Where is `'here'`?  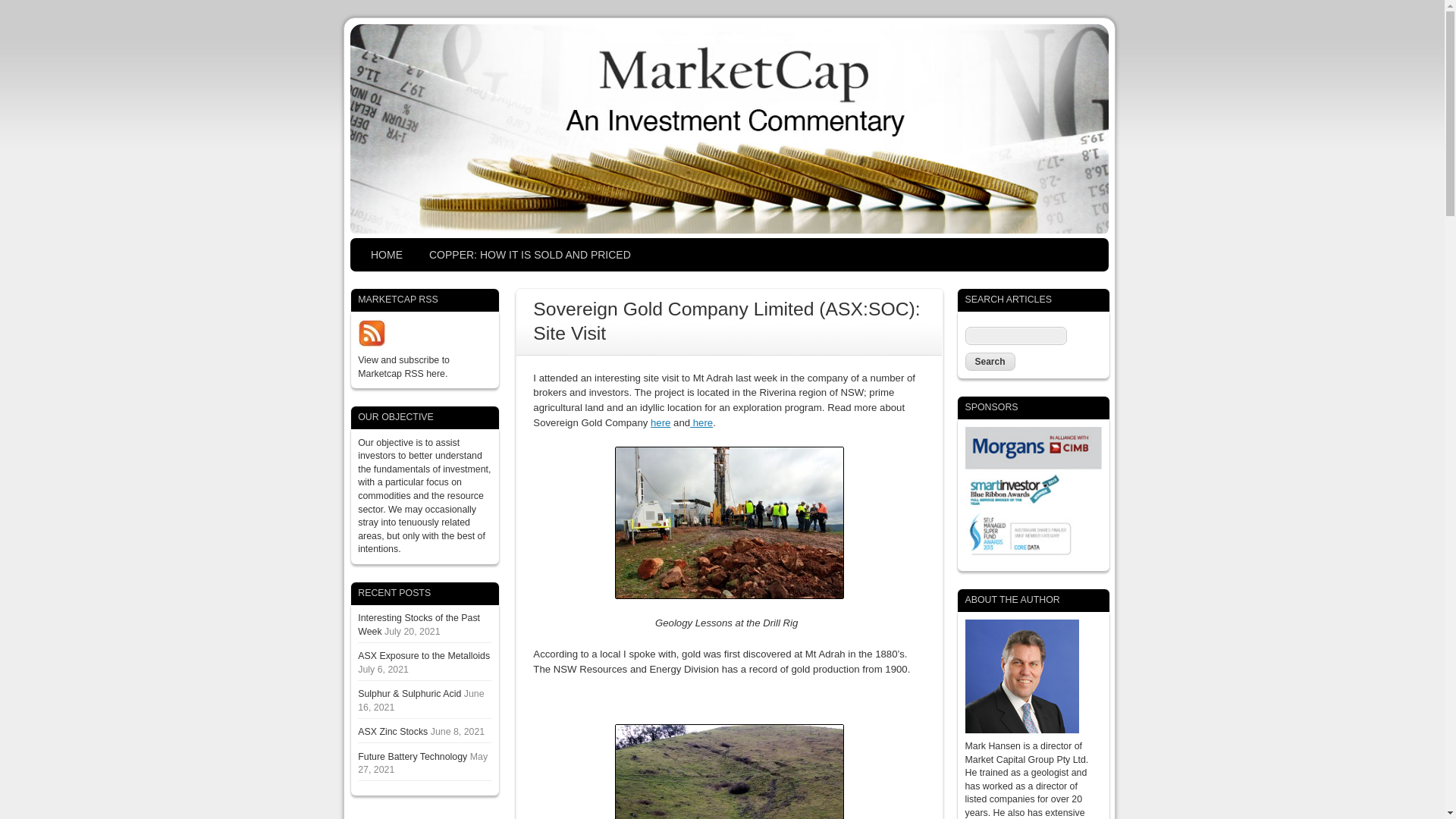 'here' is located at coordinates (660, 422).